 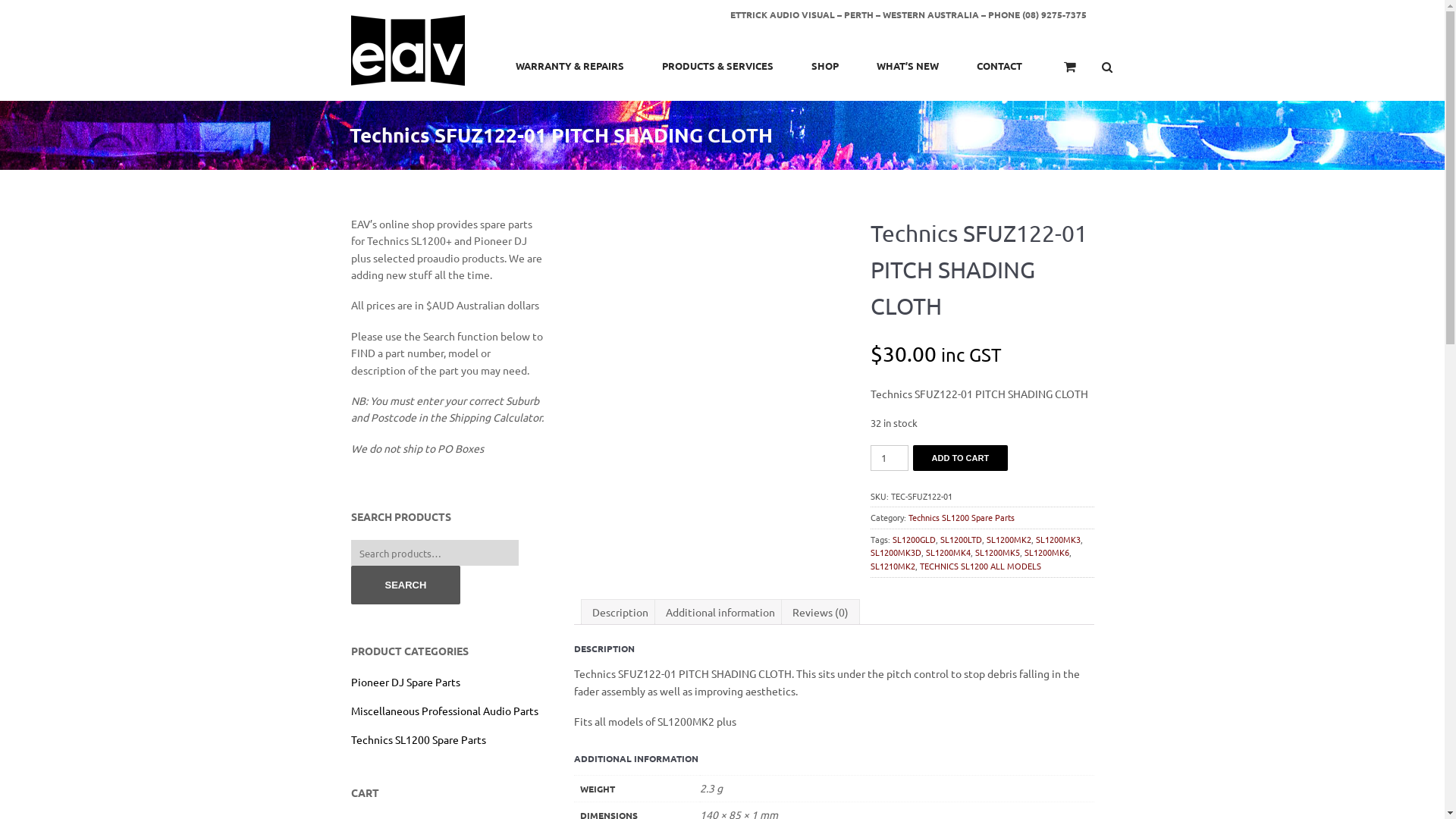 I want to click on 'TECHNICS SL1200 ALL MODELS', so click(x=980, y=565).